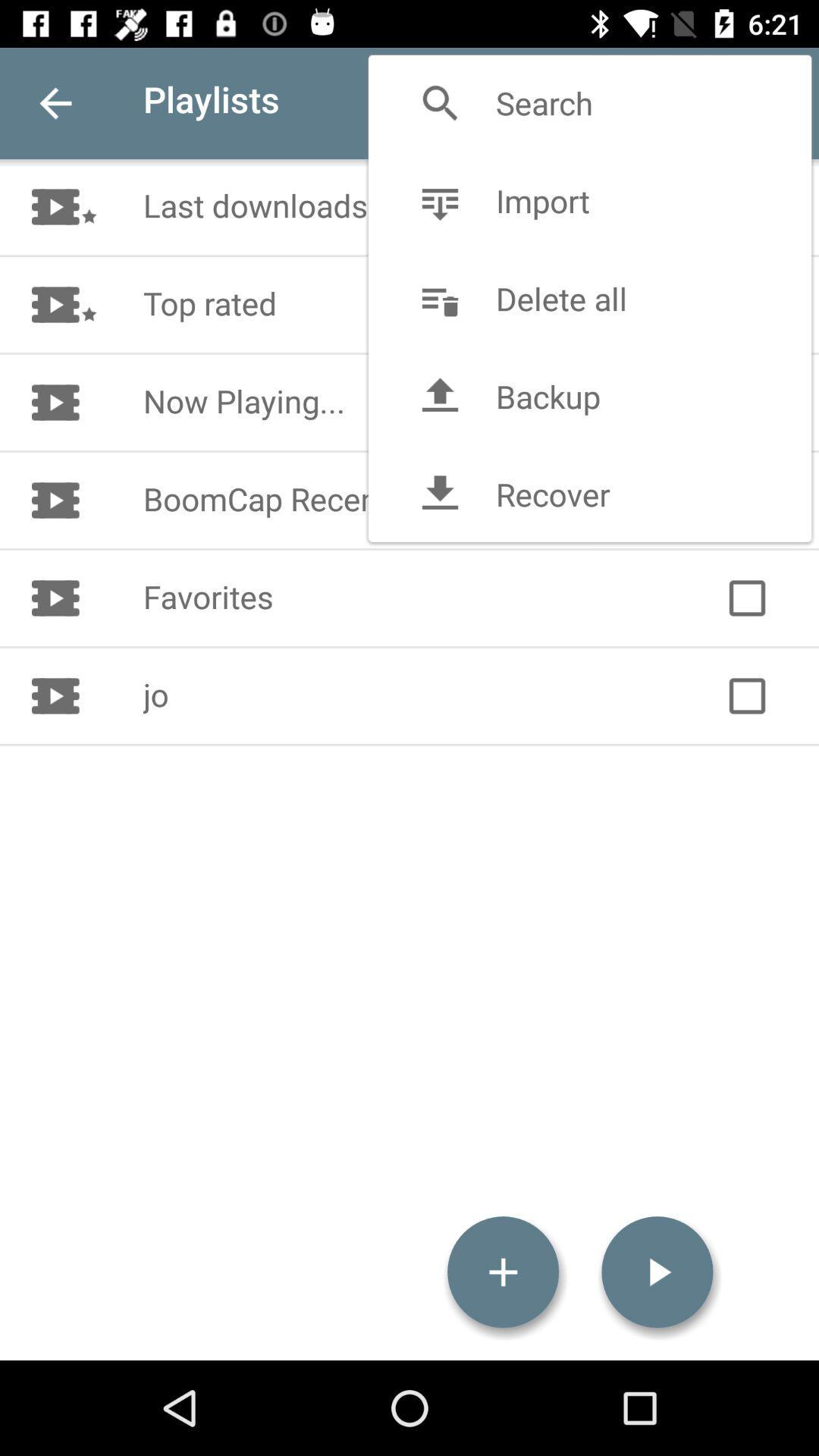  What do you see at coordinates (503, 1272) in the screenshot?
I see `the add icon` at bounding box center [503, 1272].